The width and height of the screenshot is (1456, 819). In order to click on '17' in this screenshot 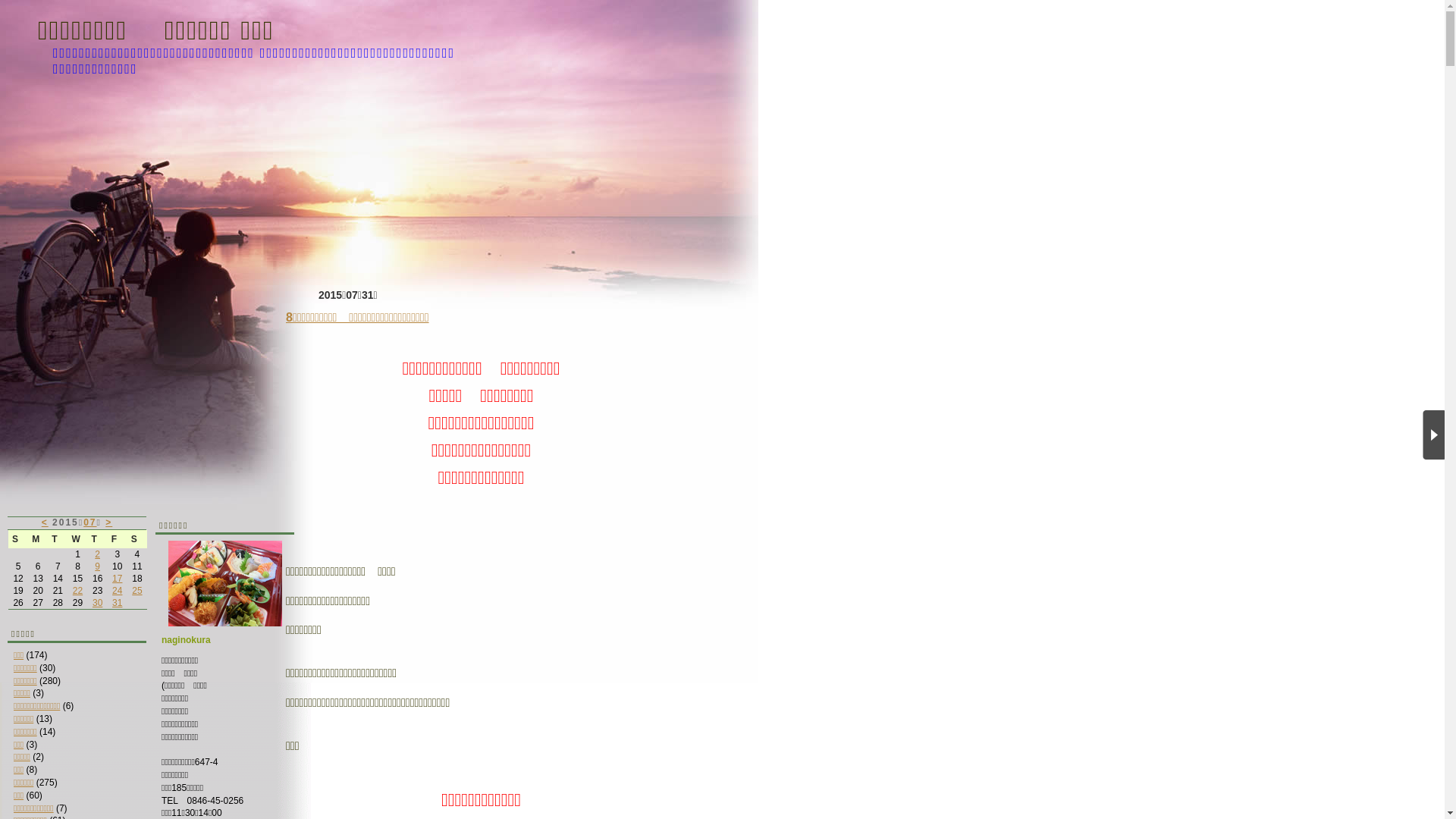, I will do `click(116, 579)`.